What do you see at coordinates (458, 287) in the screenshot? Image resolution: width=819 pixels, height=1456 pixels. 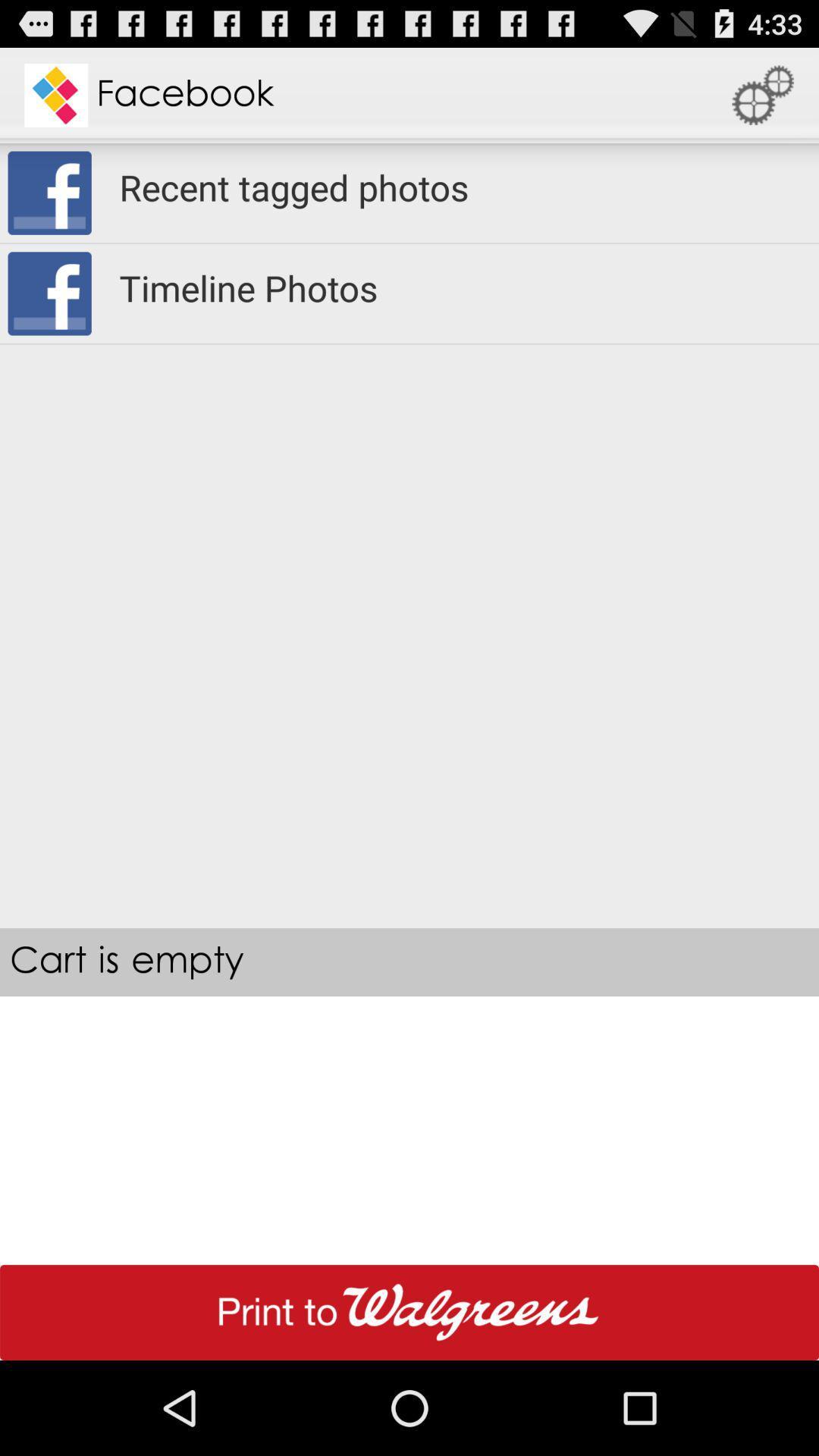 I see `the timeline photos item` at bounding box center [458, 287].